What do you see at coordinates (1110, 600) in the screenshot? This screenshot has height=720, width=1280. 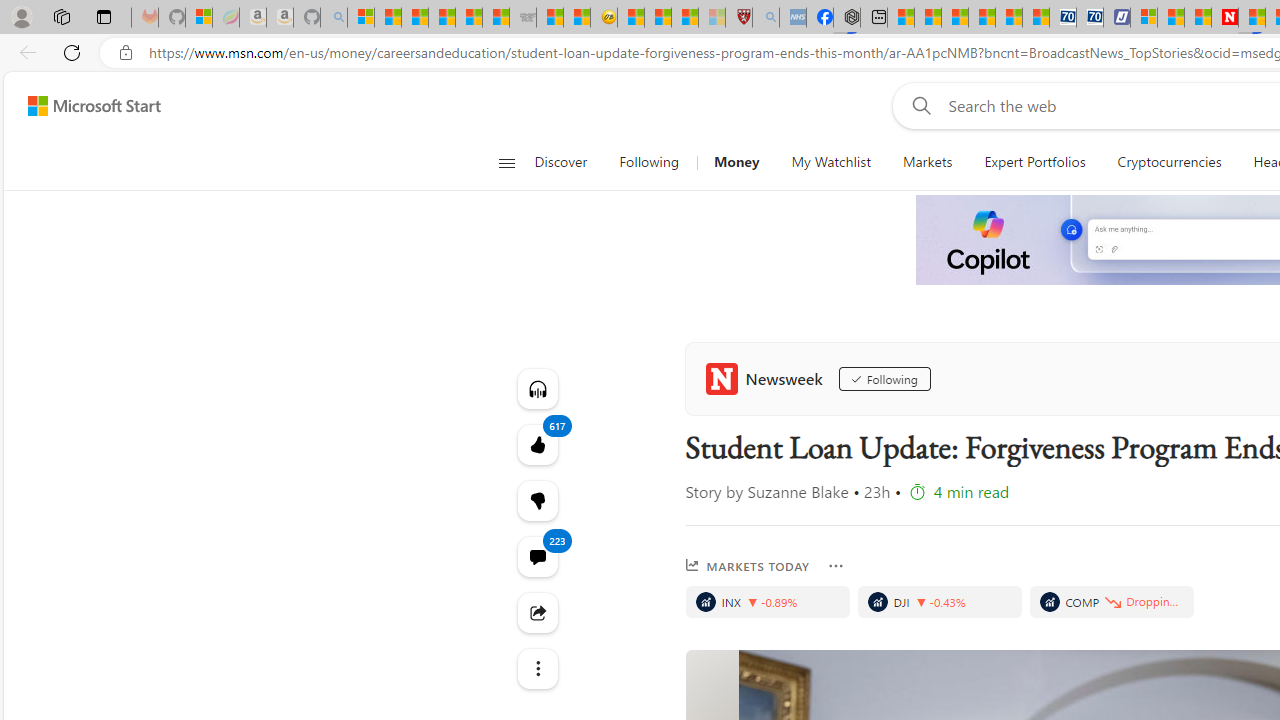 I see `'Price decrease'` at bounding box center [1110, 600].